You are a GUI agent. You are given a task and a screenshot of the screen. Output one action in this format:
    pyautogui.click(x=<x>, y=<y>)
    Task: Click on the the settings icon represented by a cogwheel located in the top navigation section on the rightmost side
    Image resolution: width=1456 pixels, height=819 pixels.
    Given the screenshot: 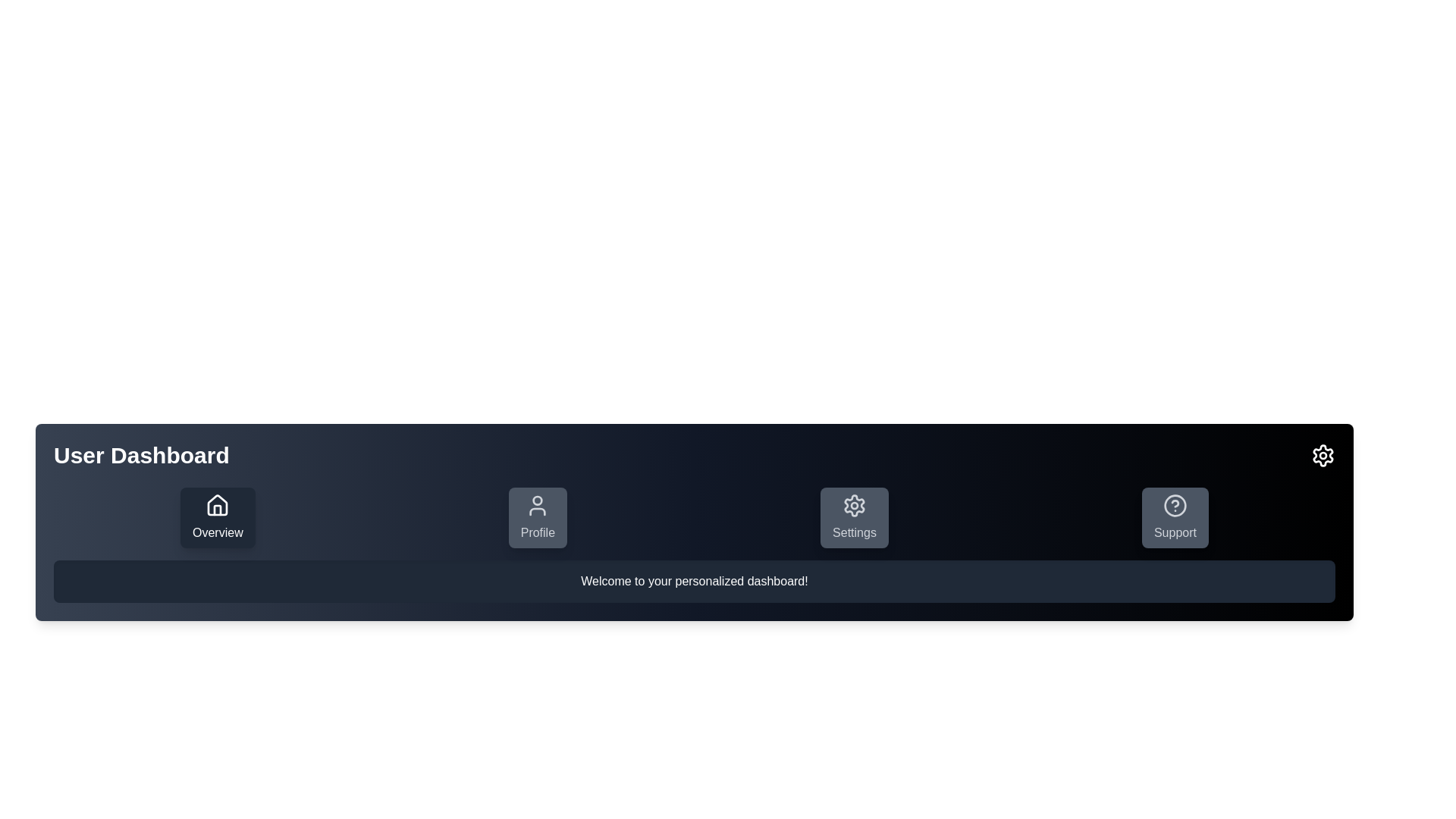 What is the action you would take?
    pyautogui.click(x=1323, y=455)
    